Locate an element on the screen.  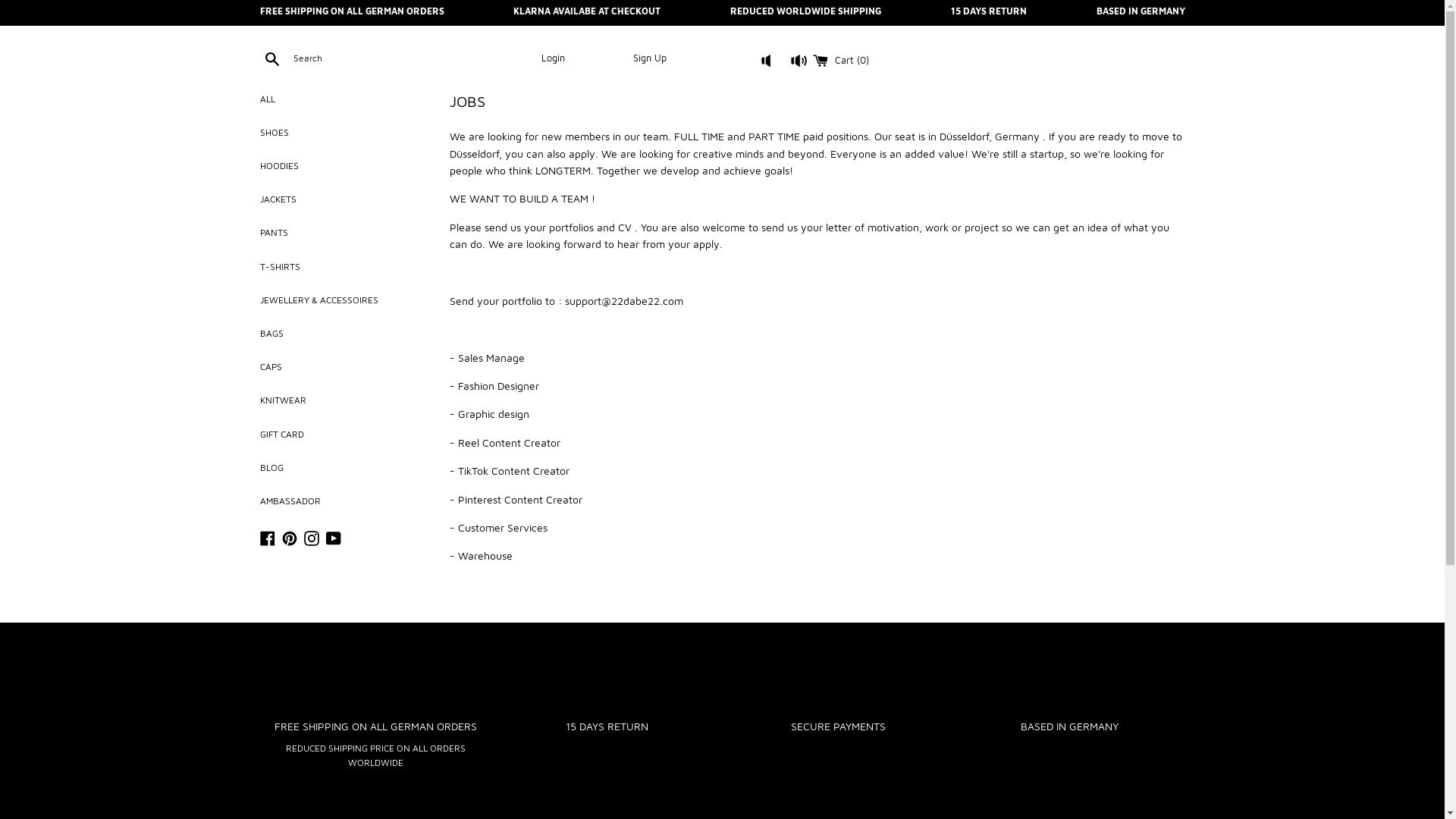
'Login' is located at coordinates (541, 57).